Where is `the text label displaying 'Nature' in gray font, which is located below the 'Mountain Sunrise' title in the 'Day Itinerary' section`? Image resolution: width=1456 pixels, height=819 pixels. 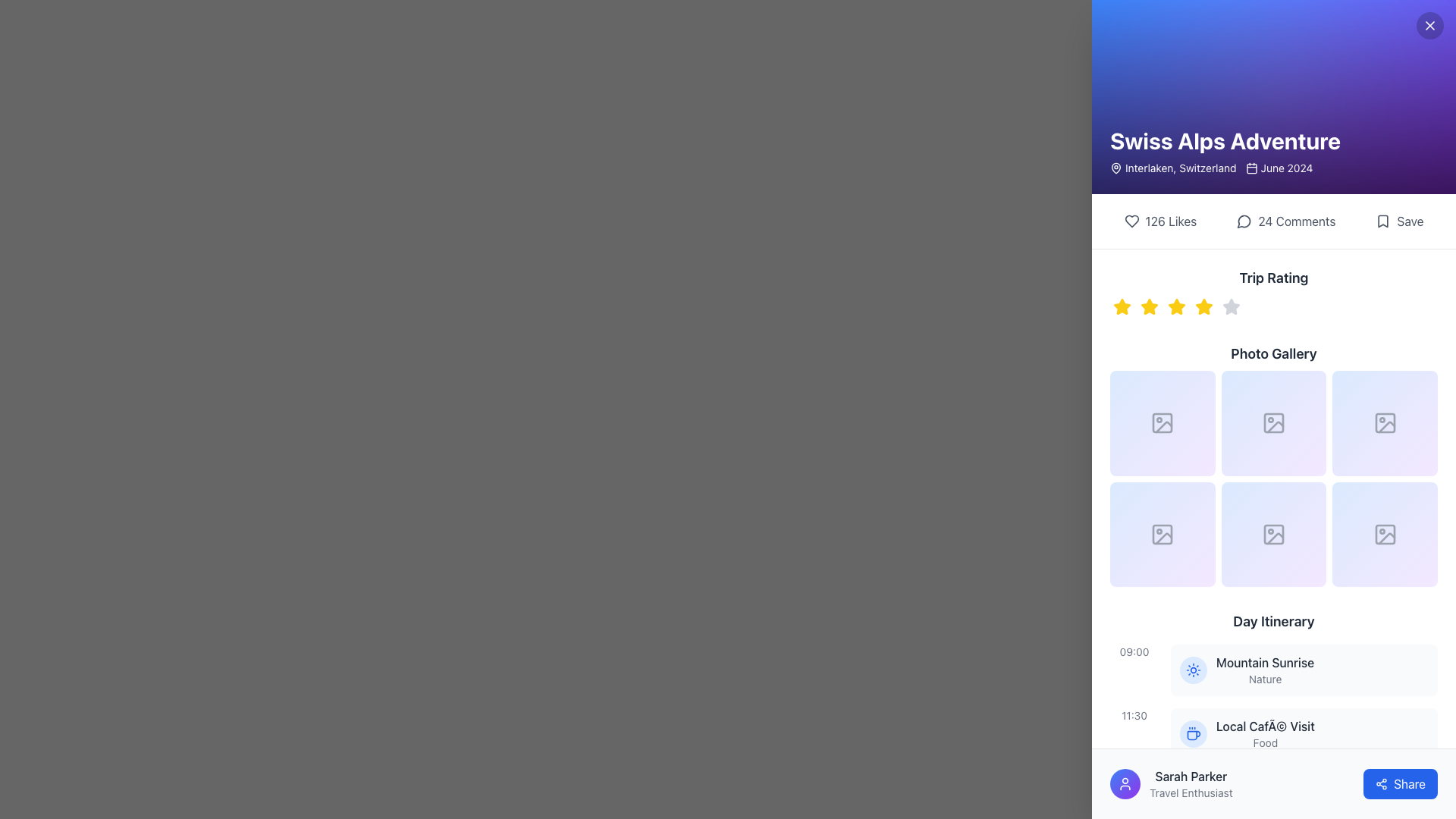
the text label displaying 'Nature' in gray font, which is located below the 'Mountain Sunrise' title in the 'Day Itinerary' section is located at coordinates (1265, 679).